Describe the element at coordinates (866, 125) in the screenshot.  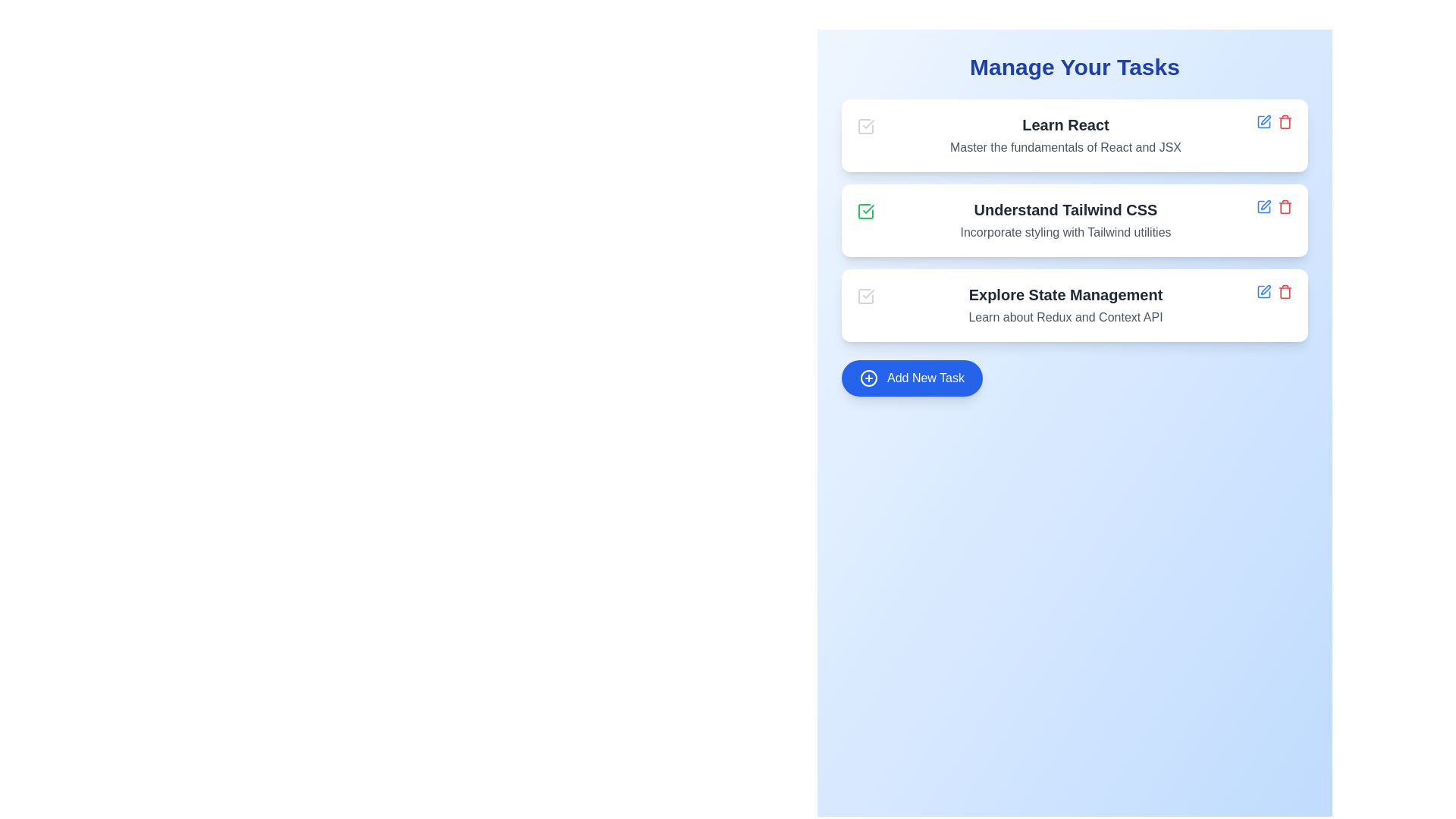
I see `the task status icon located at the top-left corner of the 'Learn React' task card to indicate the current state of the task` at that location.